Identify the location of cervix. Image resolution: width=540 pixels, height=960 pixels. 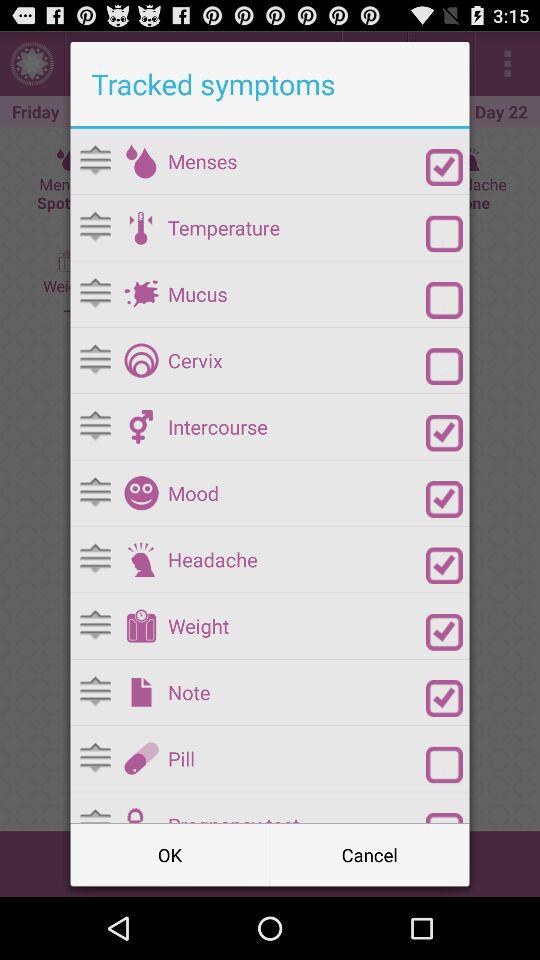
(140, 360).